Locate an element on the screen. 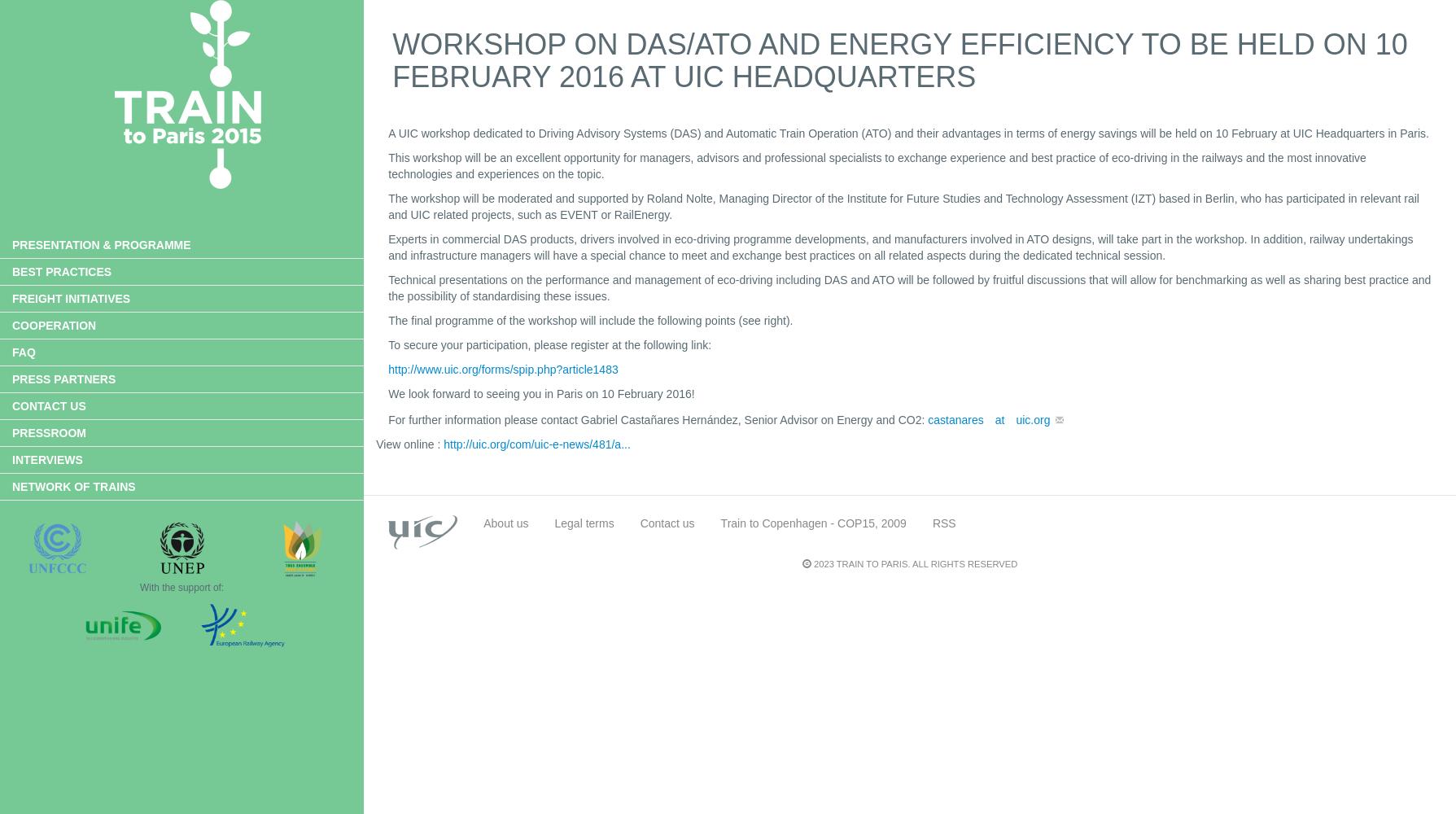  'To secure your participation, please register at the following link:' is located at coordinates (549, 345).